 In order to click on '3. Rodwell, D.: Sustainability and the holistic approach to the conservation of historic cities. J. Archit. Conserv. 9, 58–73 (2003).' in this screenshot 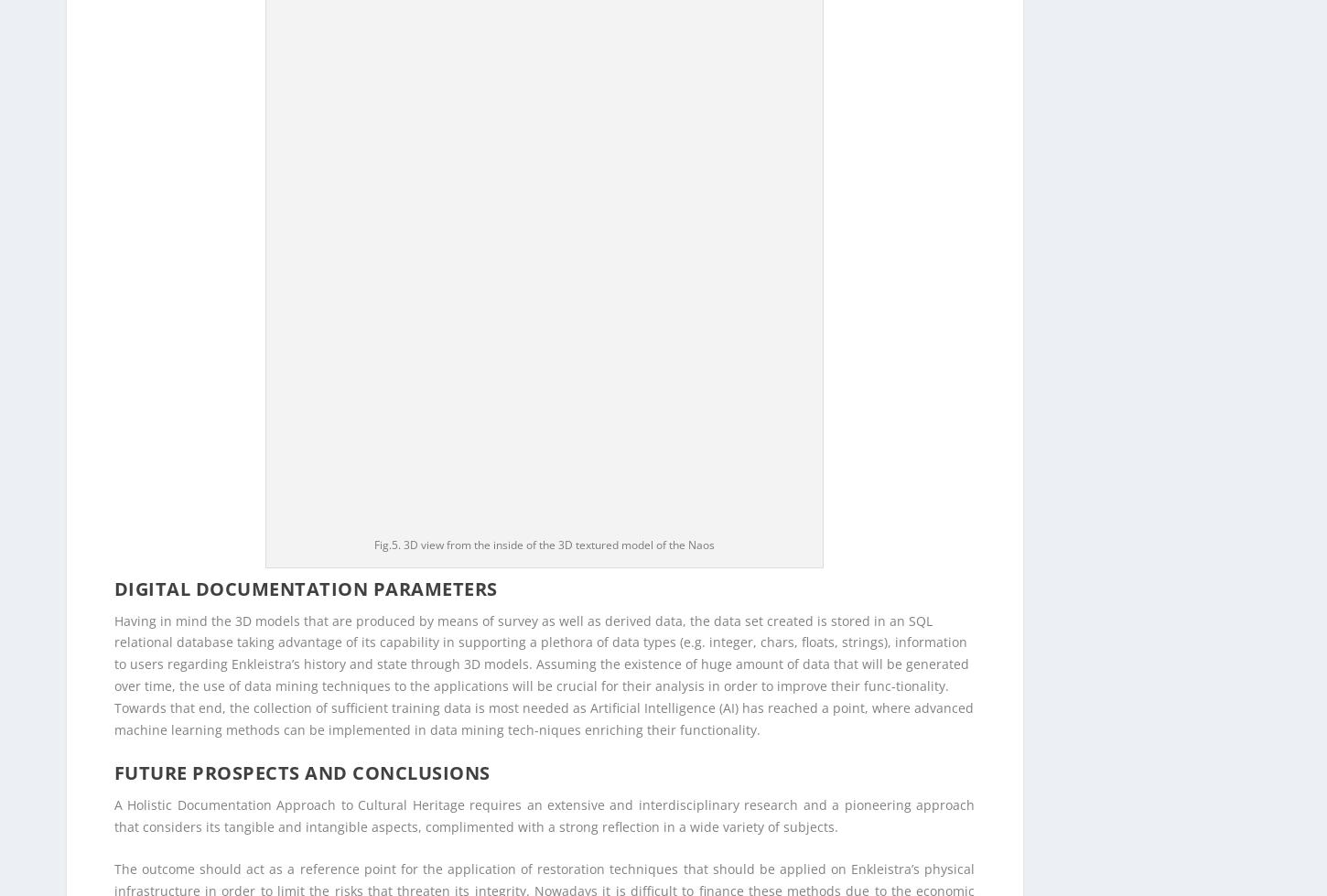, I will do `click(499, 838)`.